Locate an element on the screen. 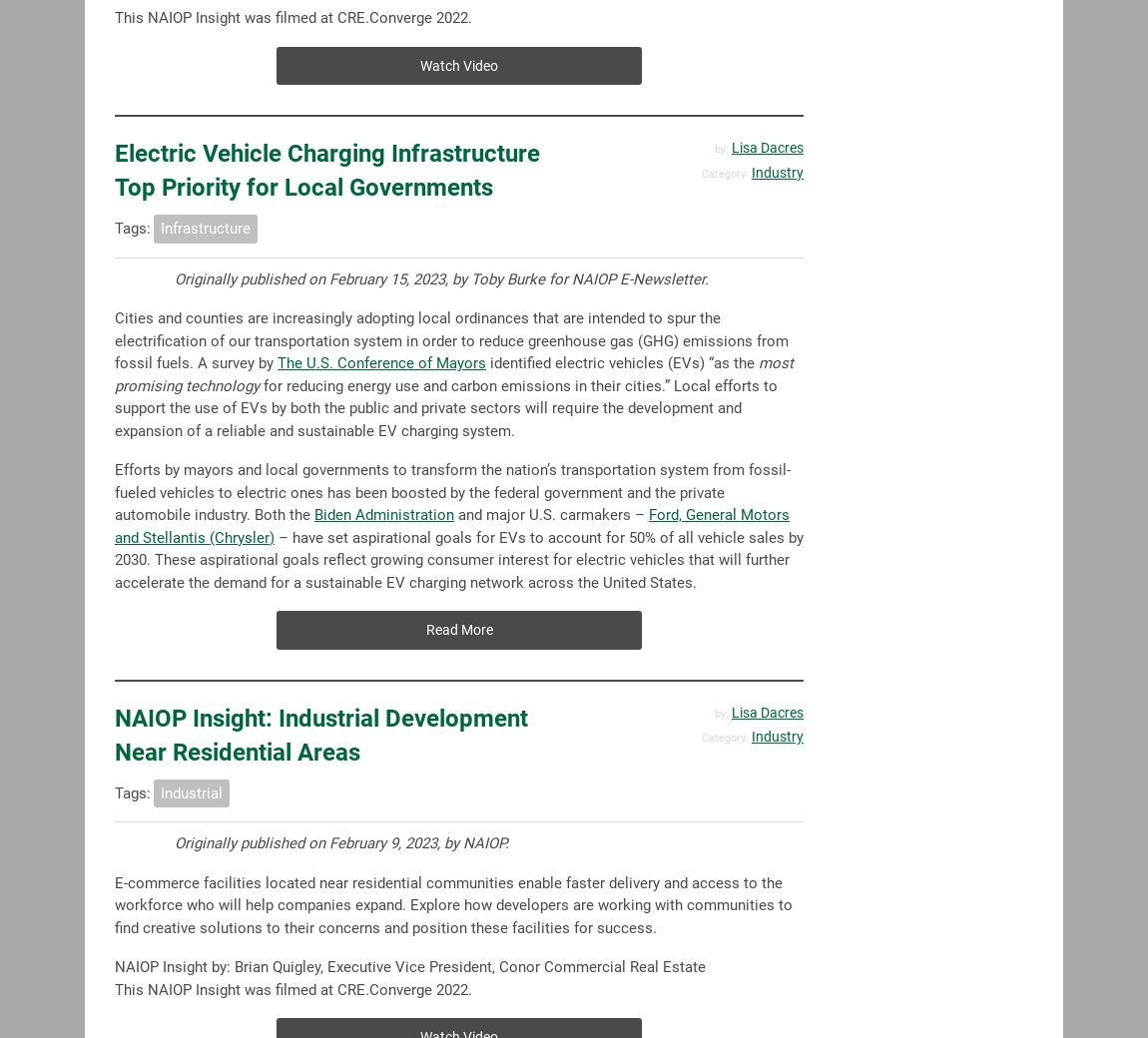 The height and width of the screenshot is (1038, 1148). 'identified electric vehicles (EVs) “as the' is located at coordinates (621, 362).